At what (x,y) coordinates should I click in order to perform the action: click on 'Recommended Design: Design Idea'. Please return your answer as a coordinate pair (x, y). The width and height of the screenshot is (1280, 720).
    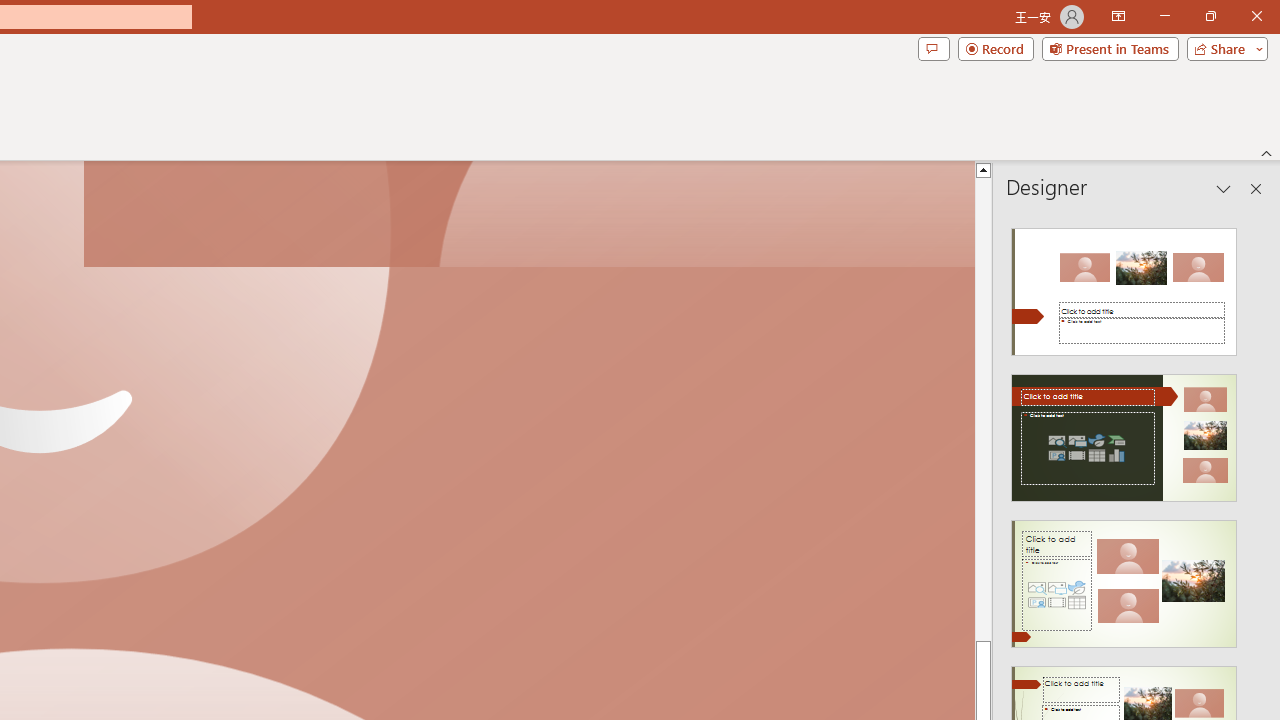
    Looking at the image, I should click on (1124, 286).